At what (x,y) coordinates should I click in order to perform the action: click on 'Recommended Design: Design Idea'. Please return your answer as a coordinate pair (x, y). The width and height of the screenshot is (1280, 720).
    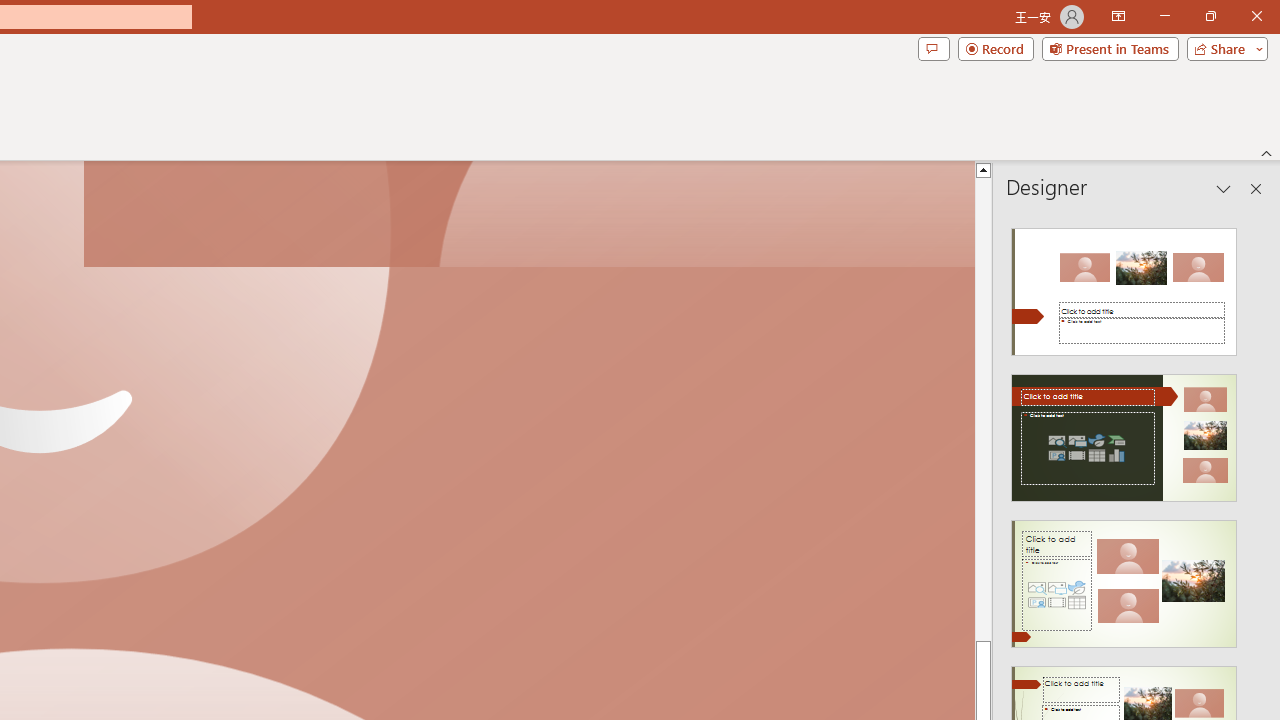
    Looking at the image, I should click on (1124, 286).